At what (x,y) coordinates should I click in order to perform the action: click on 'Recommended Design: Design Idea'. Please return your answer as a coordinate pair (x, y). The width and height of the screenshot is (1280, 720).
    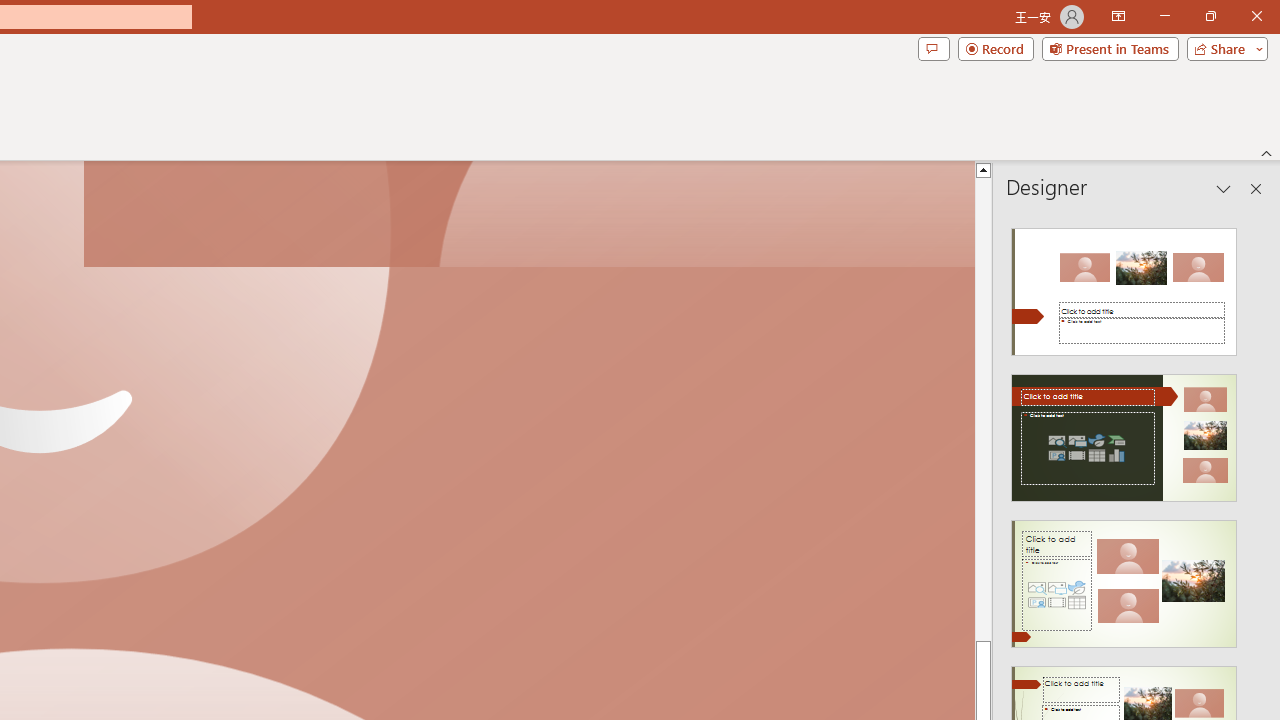
    Looking at the image, I should click on (1124, 286).